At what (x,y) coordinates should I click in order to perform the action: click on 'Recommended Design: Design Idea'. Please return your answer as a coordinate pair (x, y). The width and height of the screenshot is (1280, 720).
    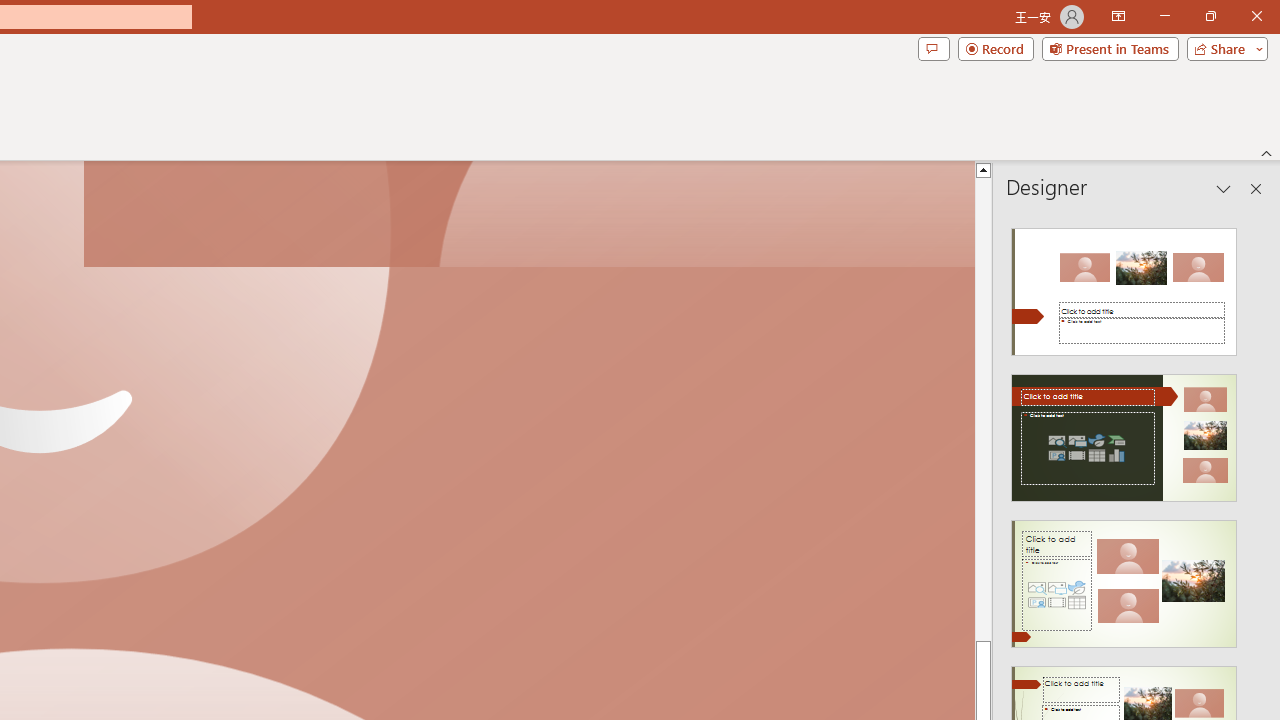
    Looking at the image, I should click on (1124, 286).